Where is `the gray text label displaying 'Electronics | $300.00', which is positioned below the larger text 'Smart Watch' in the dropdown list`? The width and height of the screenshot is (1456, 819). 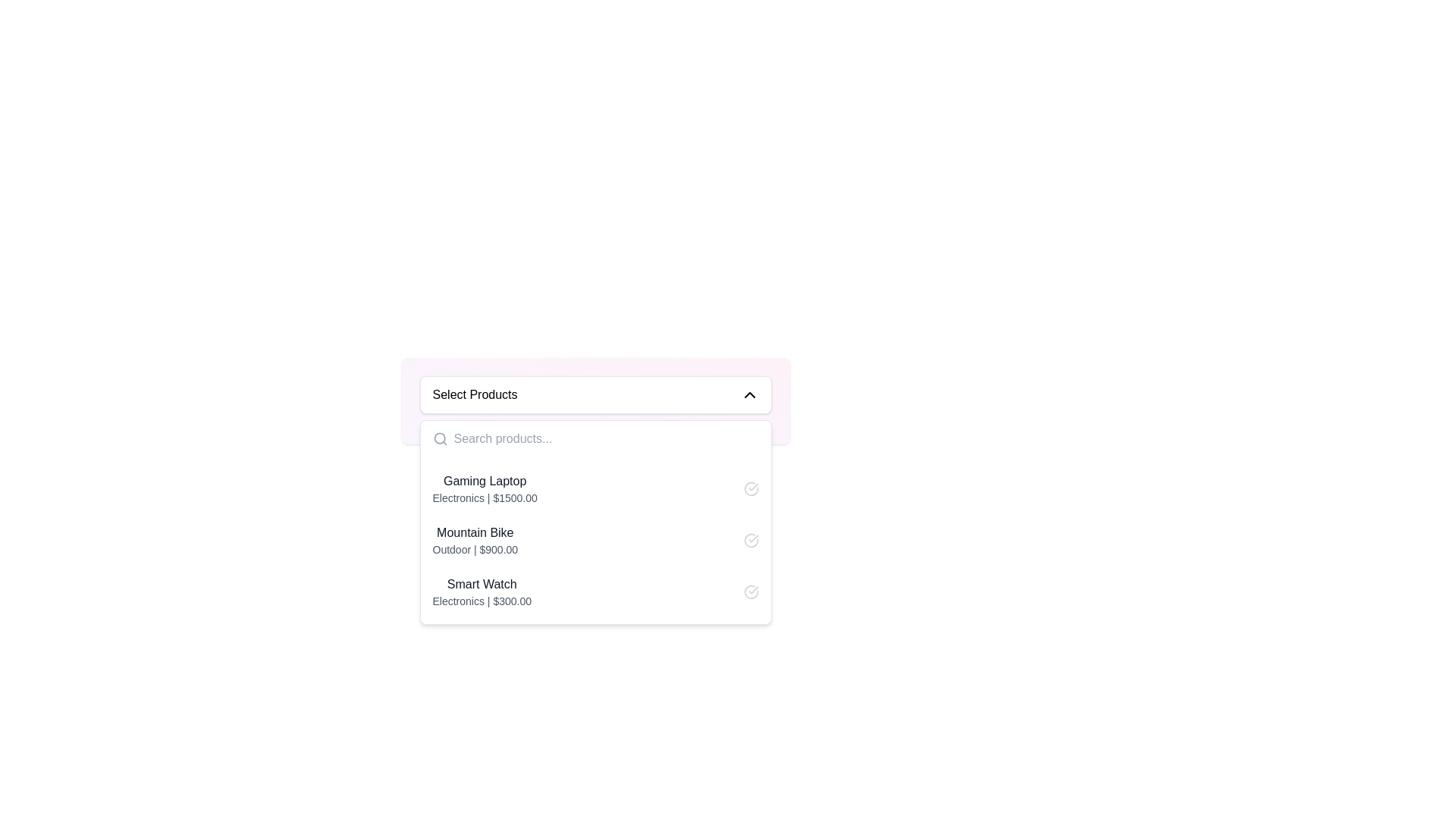
the gray text label displaying 'Electronics | $300.00', which is positioned below the larger text 'Smart Watch' in the dropdown list is located at coordinates (481, 601).